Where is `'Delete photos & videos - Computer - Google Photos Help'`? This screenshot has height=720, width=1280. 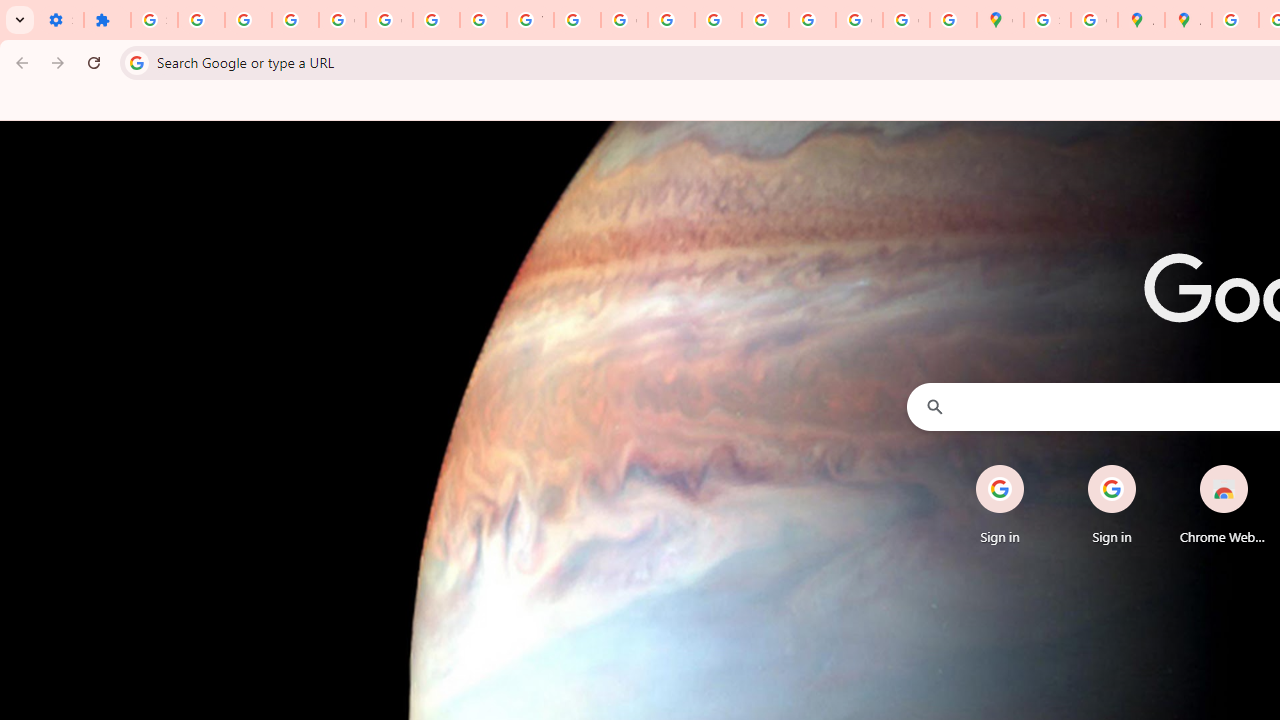 'Delete photos & videos - Computer - Google Photos Help' is located at coordinates (201, 20).